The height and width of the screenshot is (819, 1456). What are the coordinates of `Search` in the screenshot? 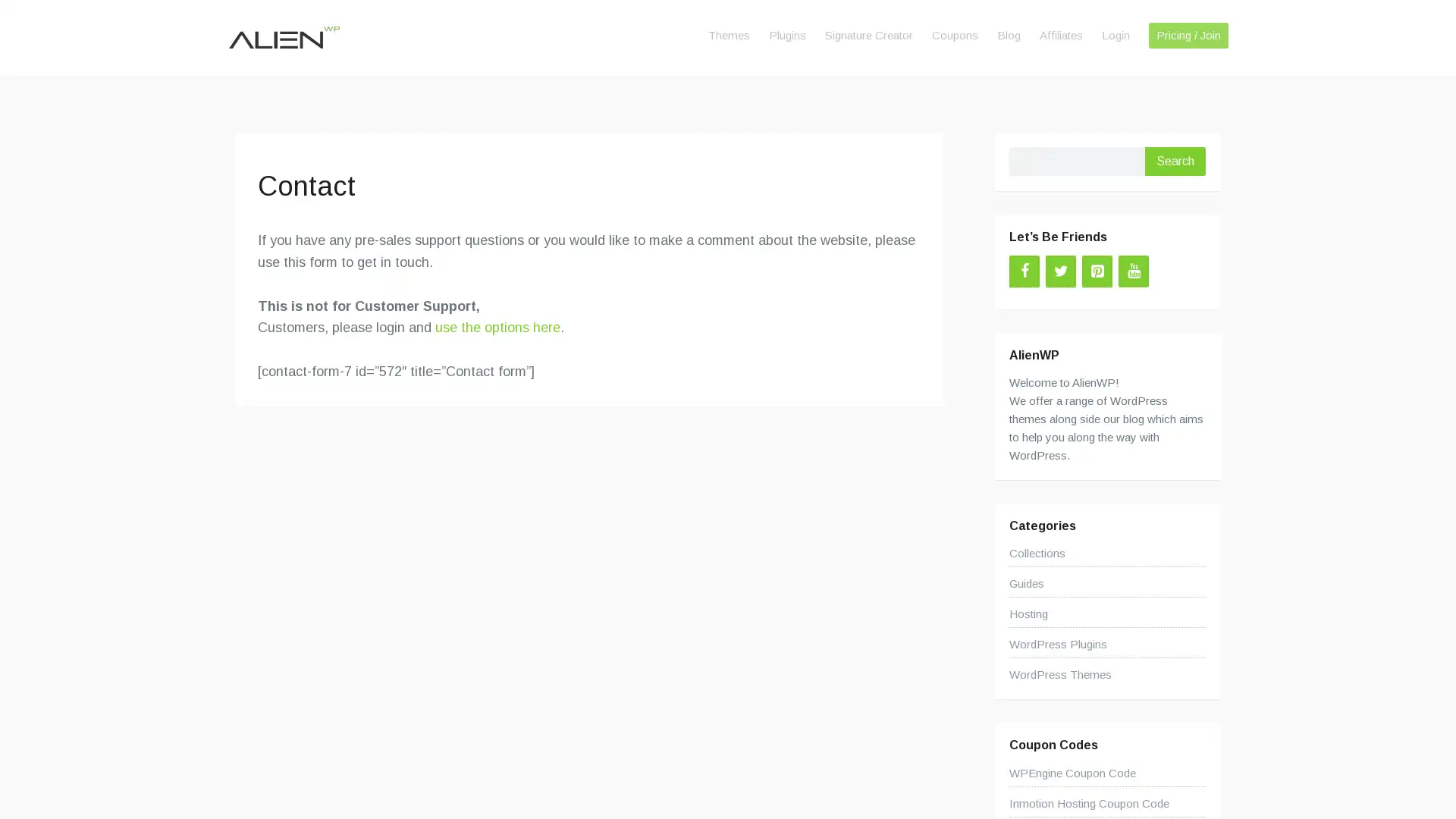 It's located at (1175, 161).